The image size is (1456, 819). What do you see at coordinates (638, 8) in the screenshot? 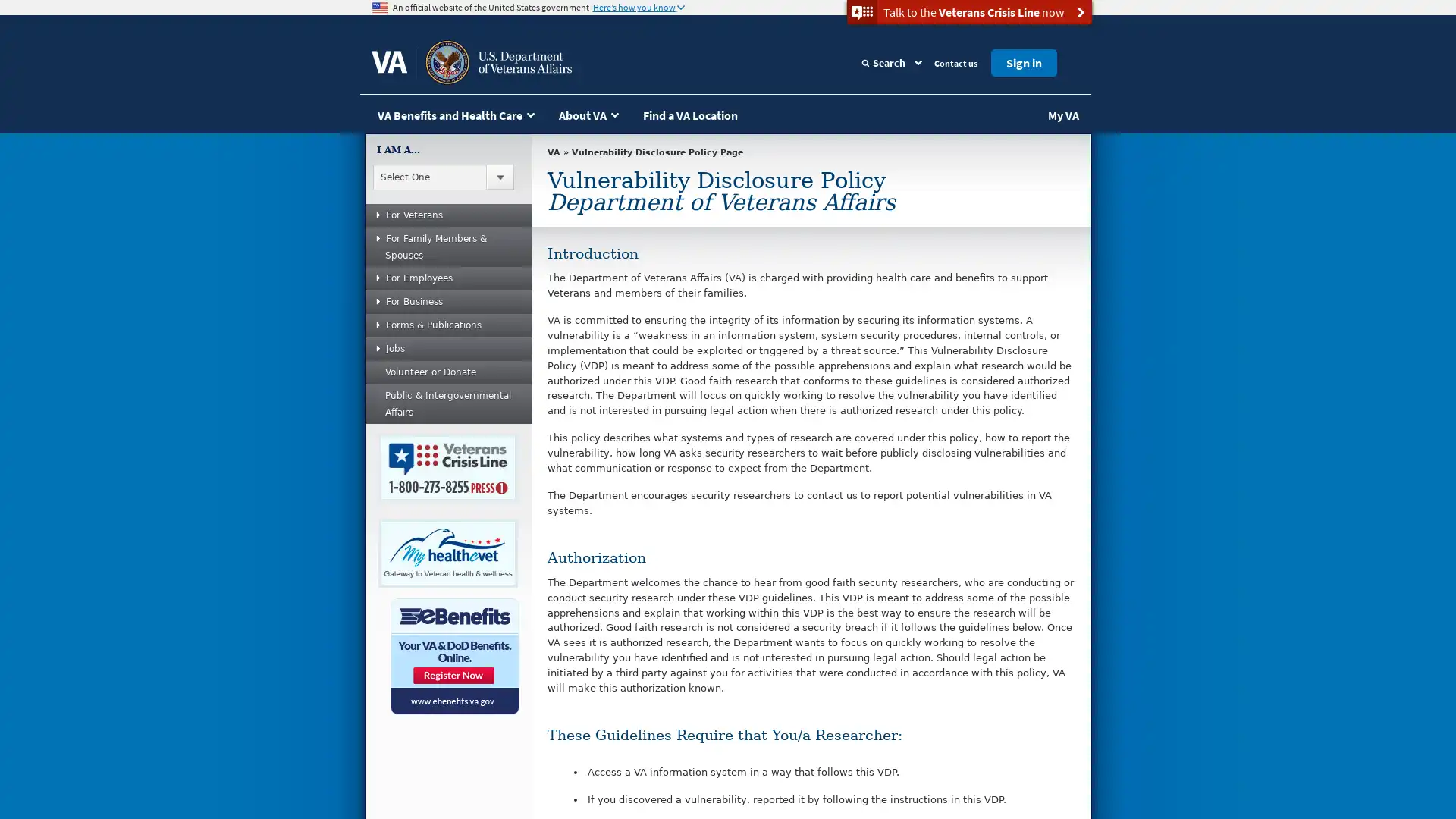
I see `Heres how you know` at bounding box center [638, 8].